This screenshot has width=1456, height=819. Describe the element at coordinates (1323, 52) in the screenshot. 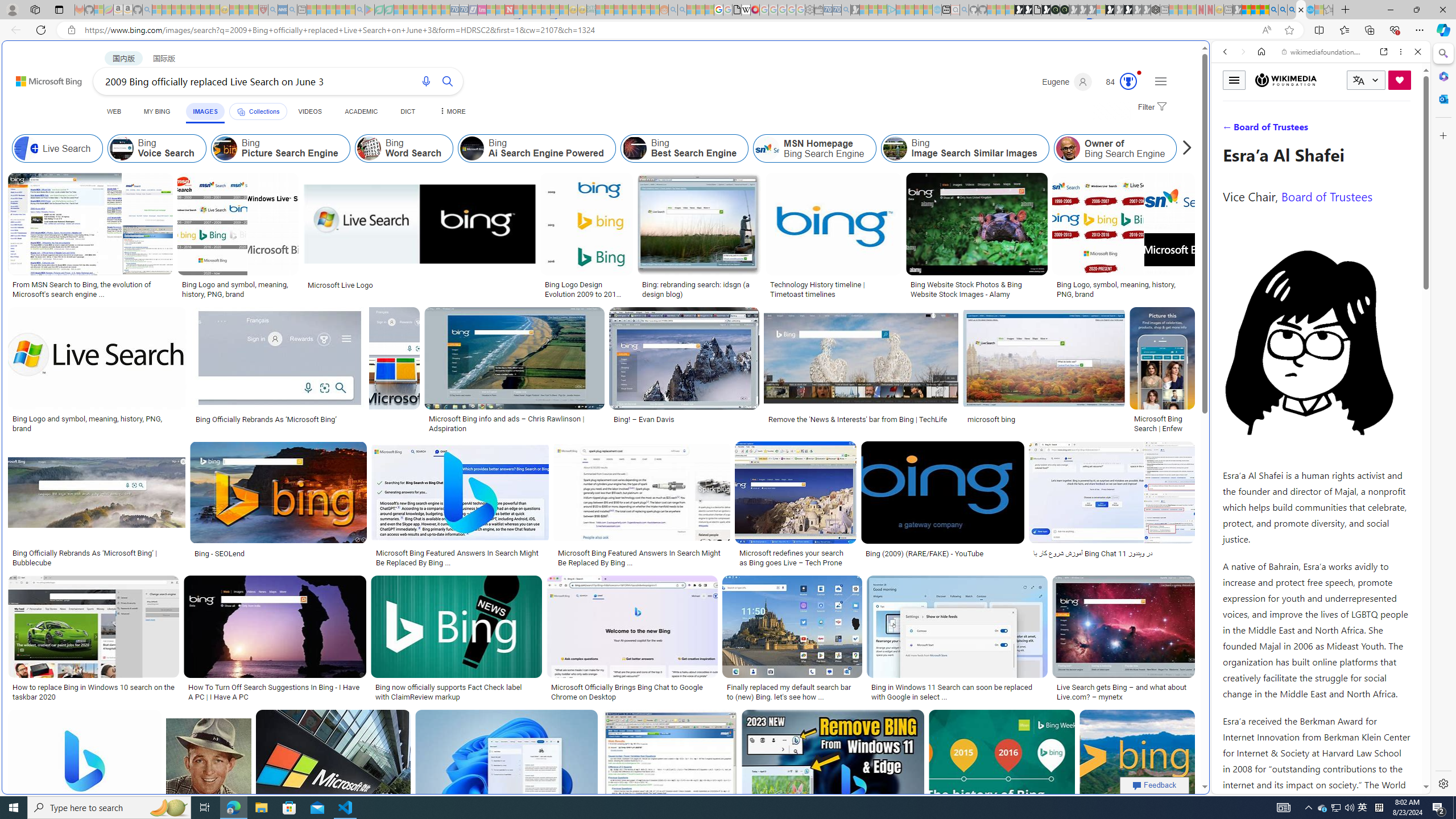

I see `'wikimediafoundation.org'` at that location.